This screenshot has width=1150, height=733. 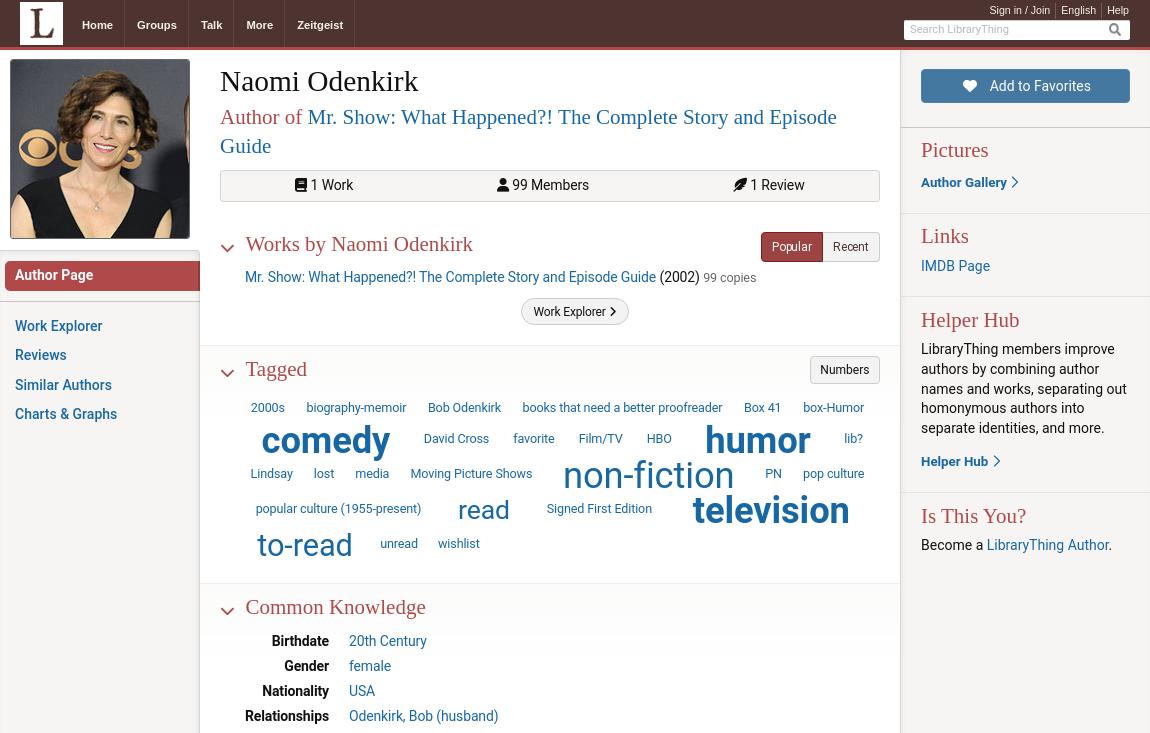 I want to click on 'Numbers', so click(x=843, y=368).